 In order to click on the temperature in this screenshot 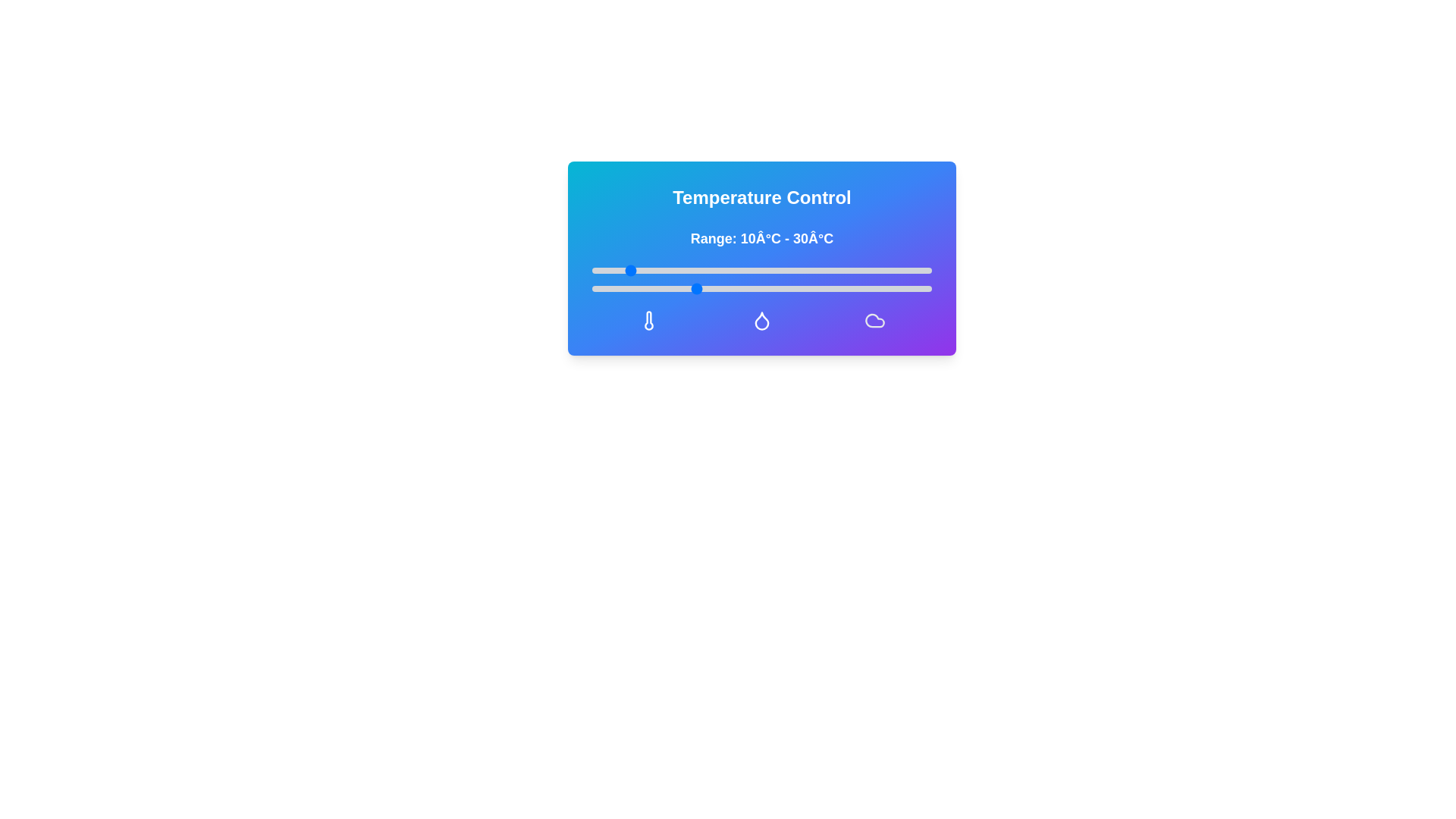, I will do `click(880, 270)`.